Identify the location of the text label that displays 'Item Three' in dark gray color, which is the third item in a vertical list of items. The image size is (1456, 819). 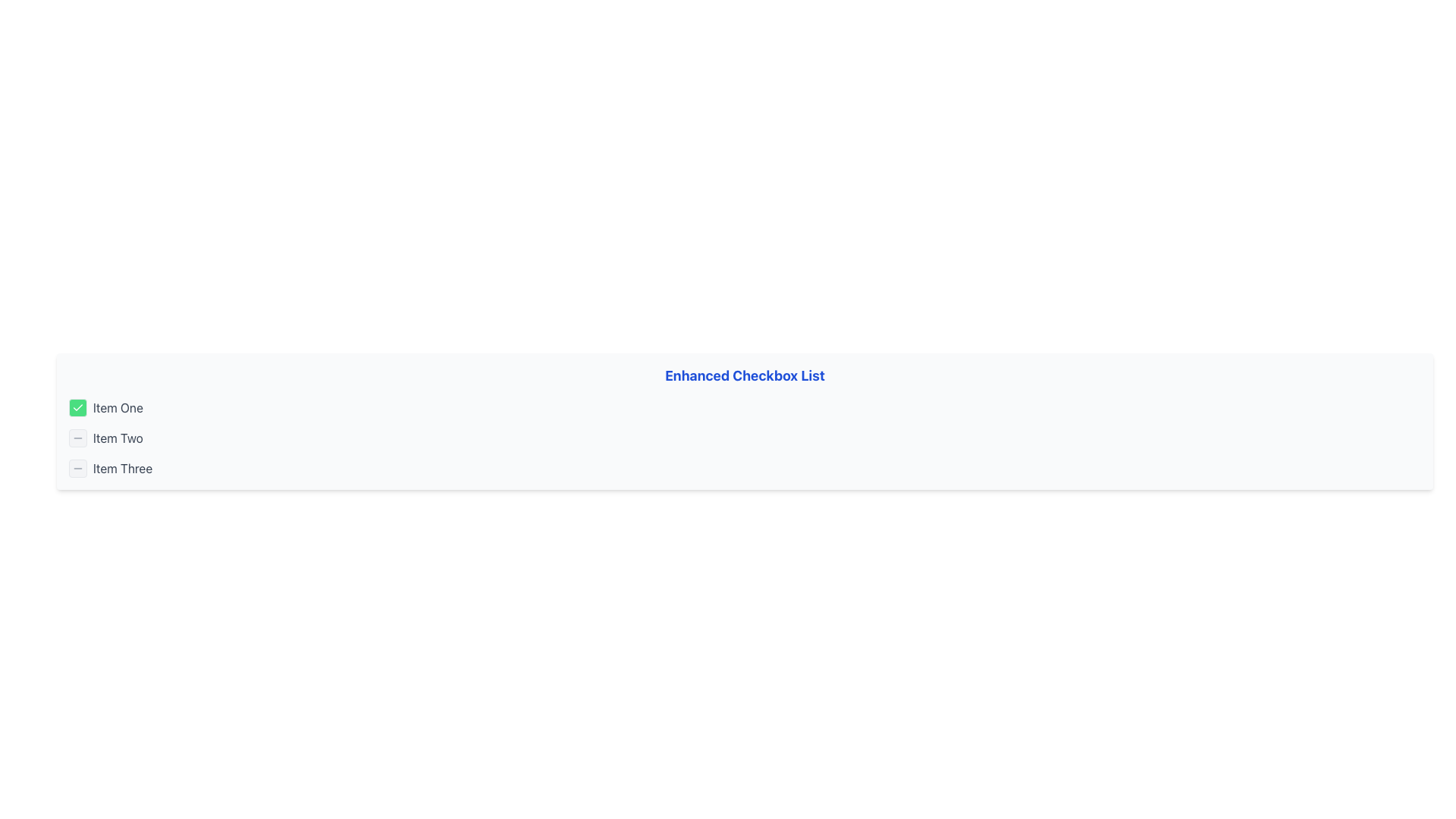
(123, 467).